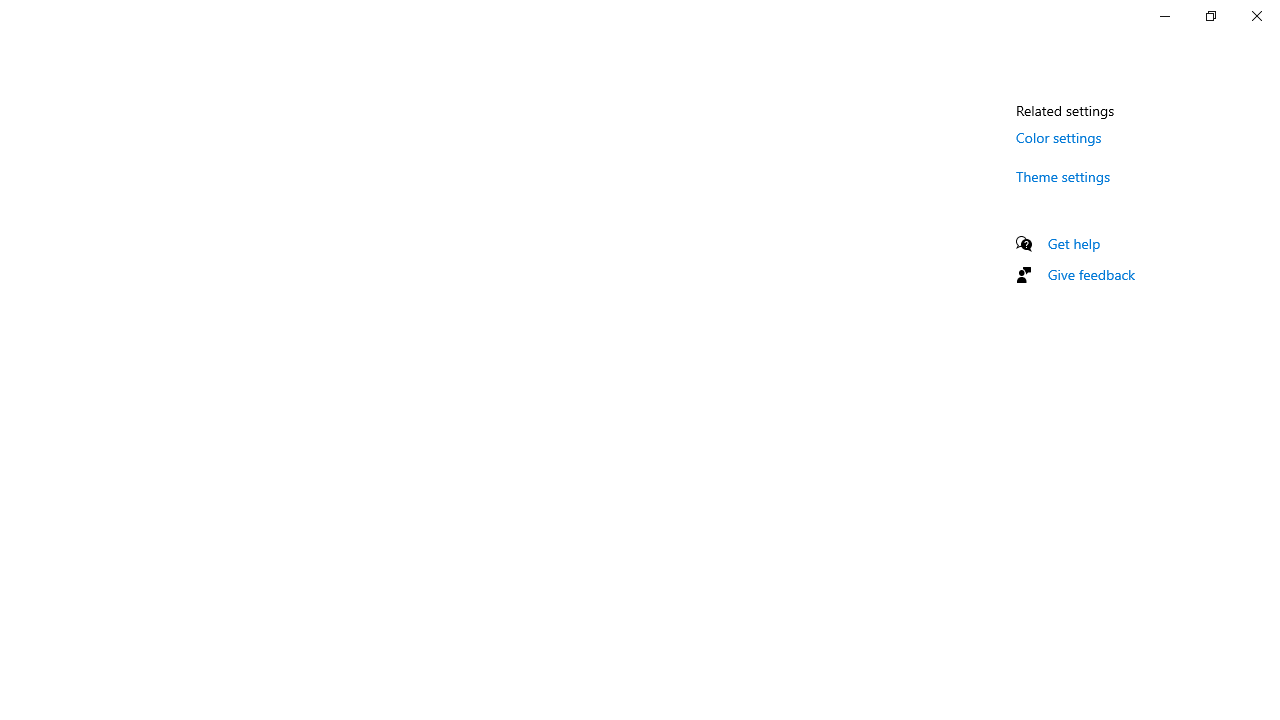  What do you see at coordinates (1164, 15) in the screenshot?
I see `'Minimize Settings'` at bounding box center [1164, 15].